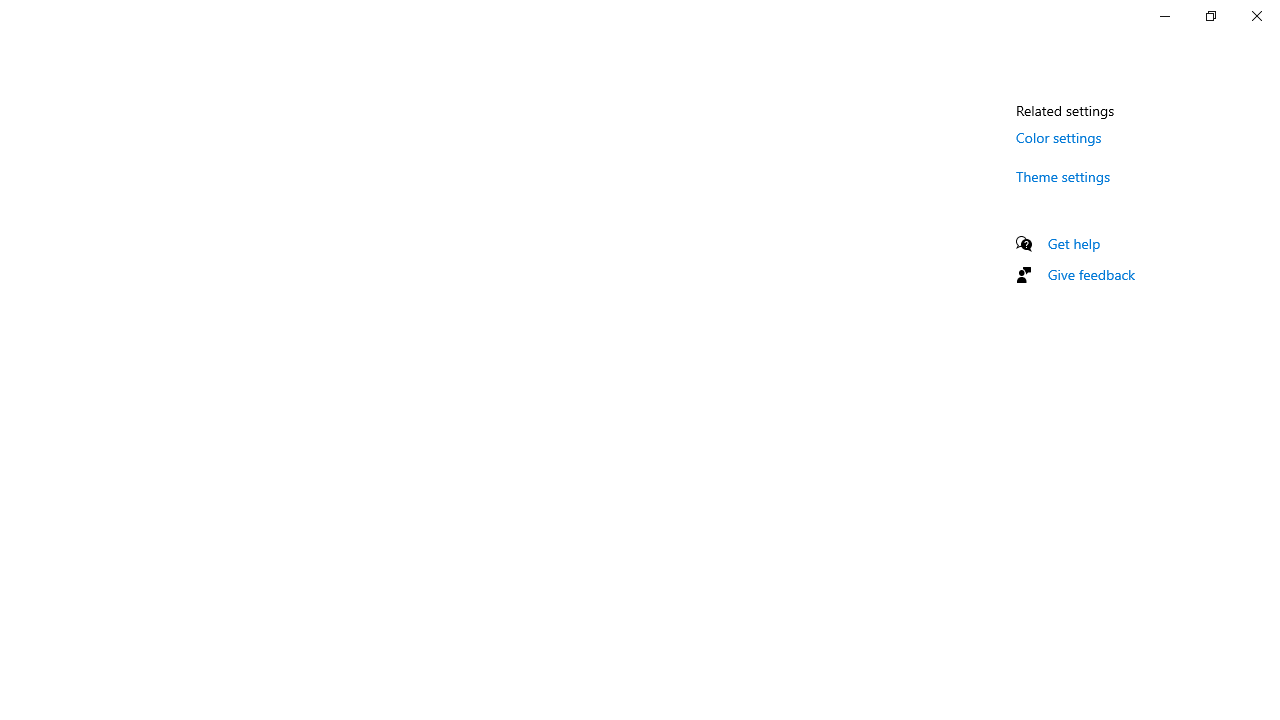  What do you see at coordinates (1164, 15) in the screenshot?
I see `'Minimize Settings'` at bounding box center [1164, 15].